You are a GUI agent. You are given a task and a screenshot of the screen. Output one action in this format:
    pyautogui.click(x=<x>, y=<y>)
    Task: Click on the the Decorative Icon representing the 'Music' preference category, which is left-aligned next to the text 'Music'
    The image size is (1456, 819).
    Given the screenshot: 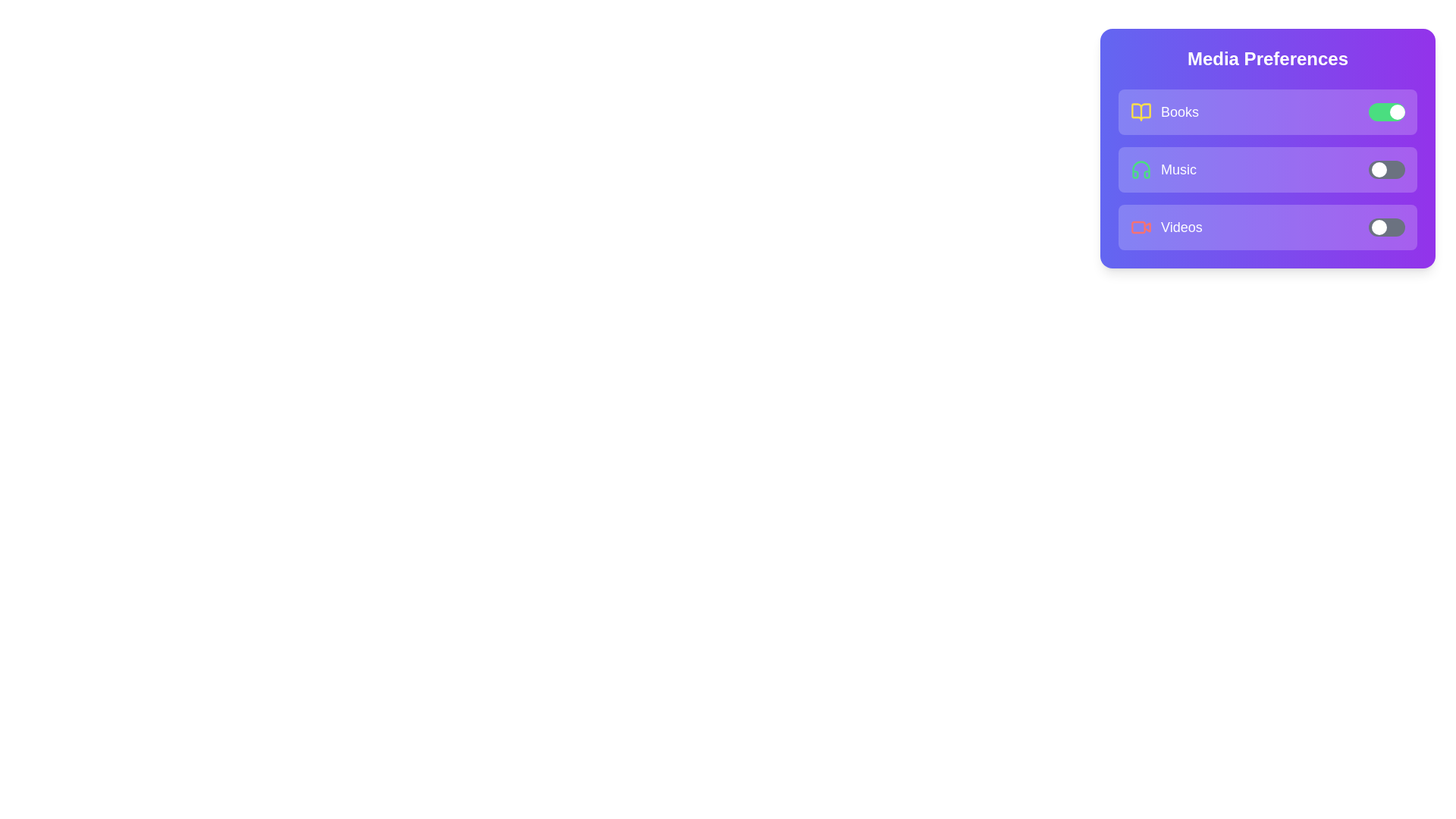 What is the action you would take?
    pyautogui.click(x=1141, y=169)
    